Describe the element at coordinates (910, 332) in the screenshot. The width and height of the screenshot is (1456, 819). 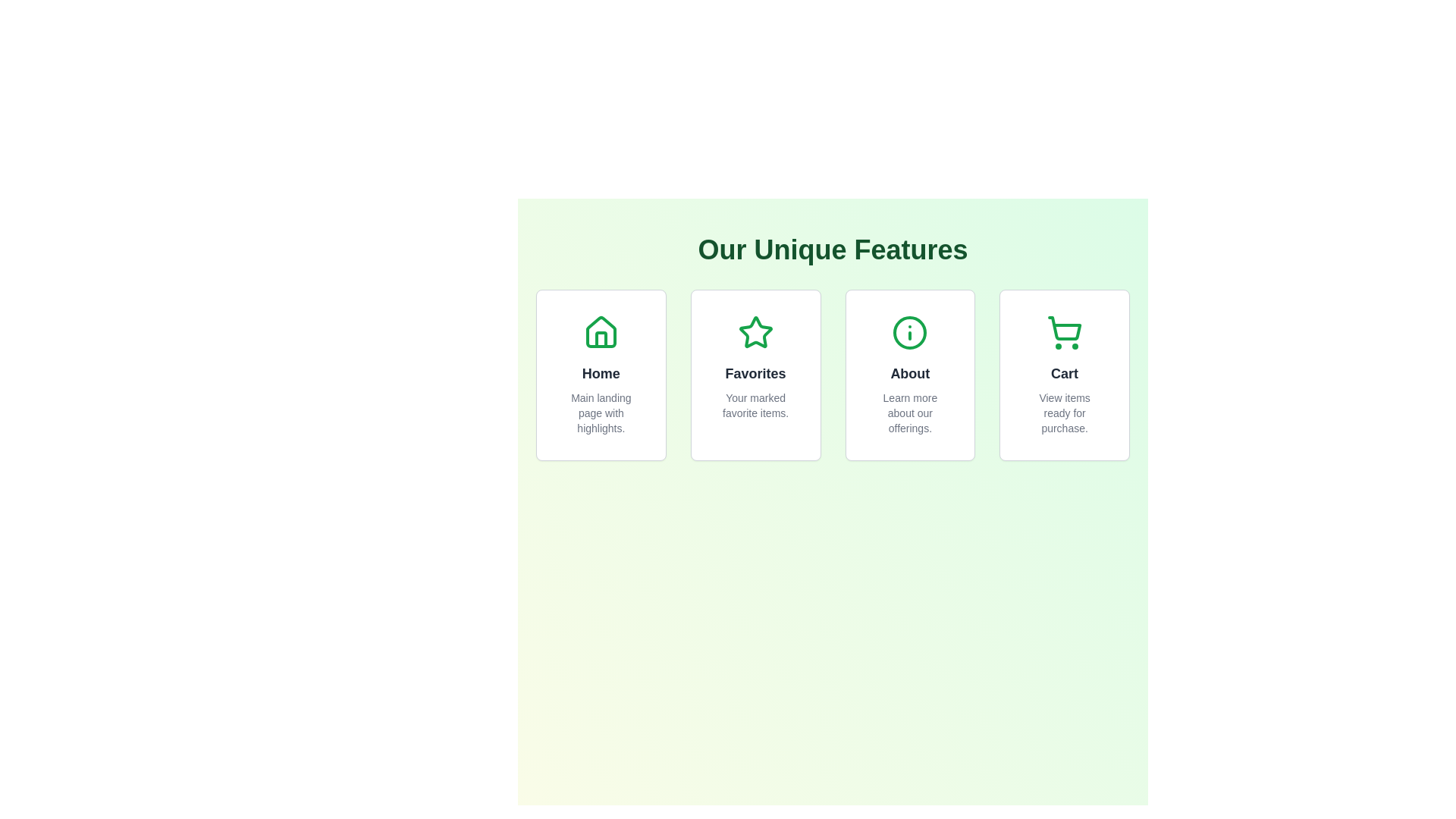
I see `the green circular outline icon with the letter 'i' in lowercase, located in the 'About' feature card, which is the third card from the left in a horizontally aligned list of cards` at that location.